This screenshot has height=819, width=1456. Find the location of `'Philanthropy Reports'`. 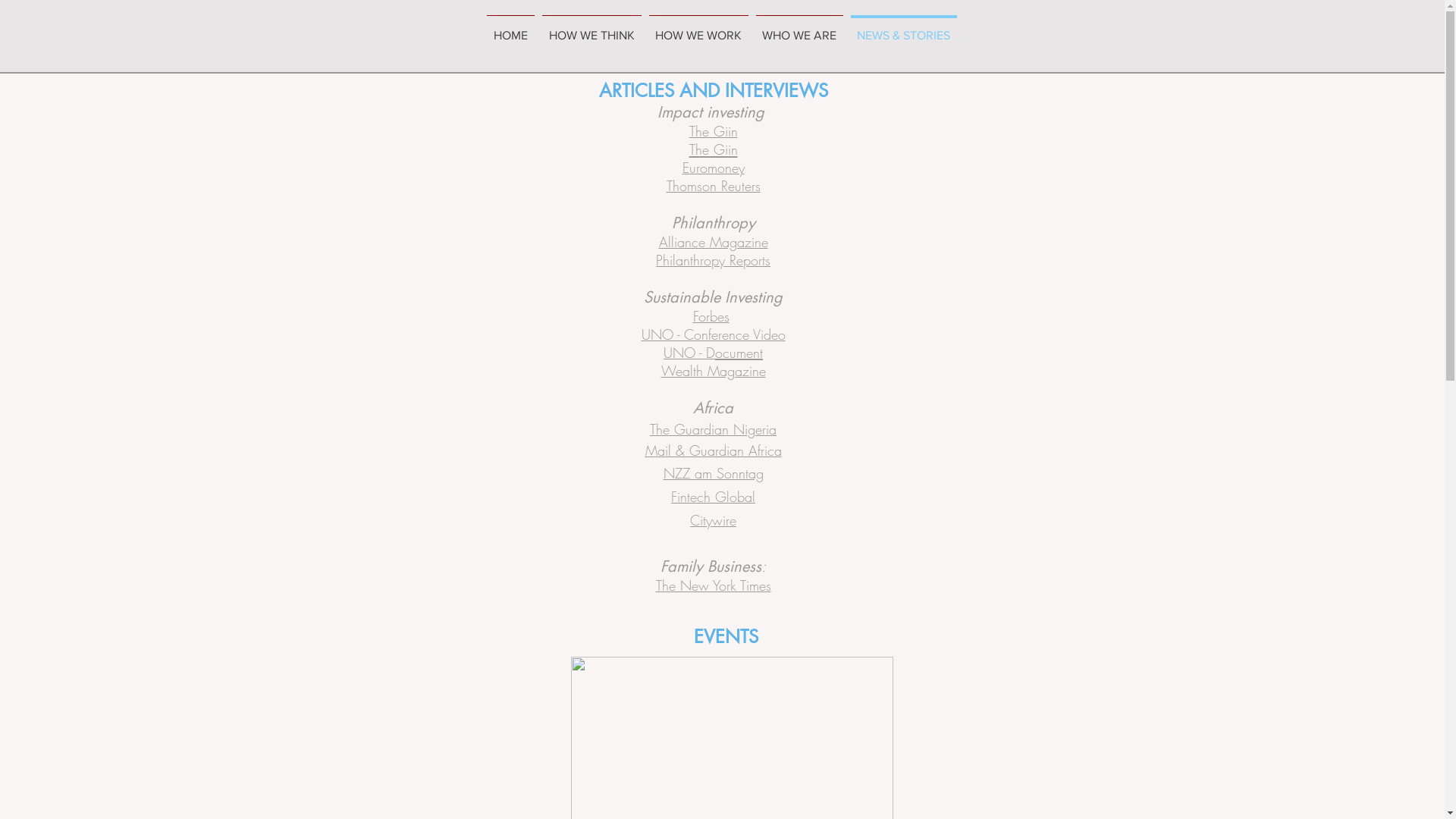

'Philanthropy Reports' is located at coordinates (712, 259).